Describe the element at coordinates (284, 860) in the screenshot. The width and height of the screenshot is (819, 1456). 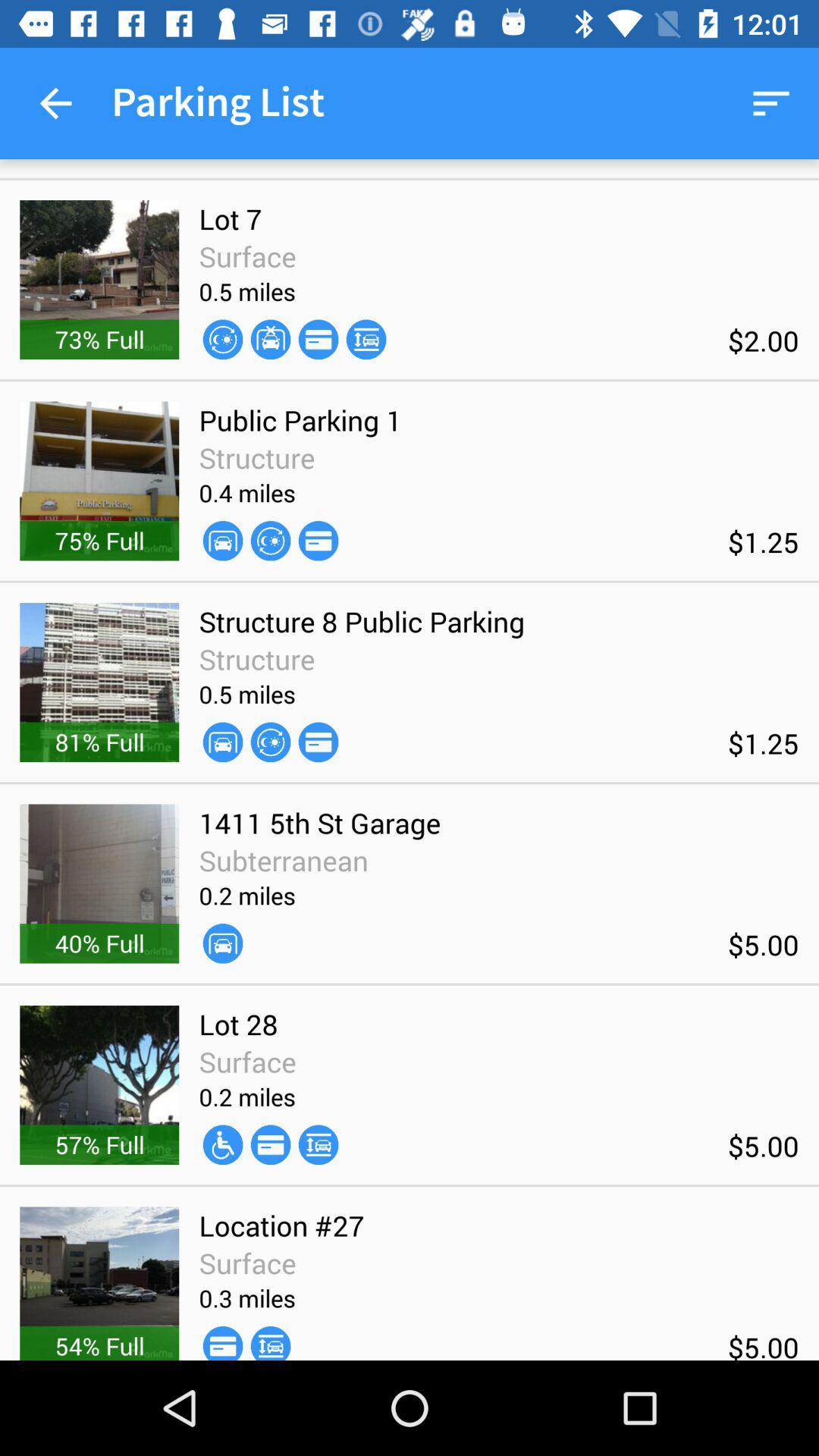
I see `icon above 0.2 miles` at that location.